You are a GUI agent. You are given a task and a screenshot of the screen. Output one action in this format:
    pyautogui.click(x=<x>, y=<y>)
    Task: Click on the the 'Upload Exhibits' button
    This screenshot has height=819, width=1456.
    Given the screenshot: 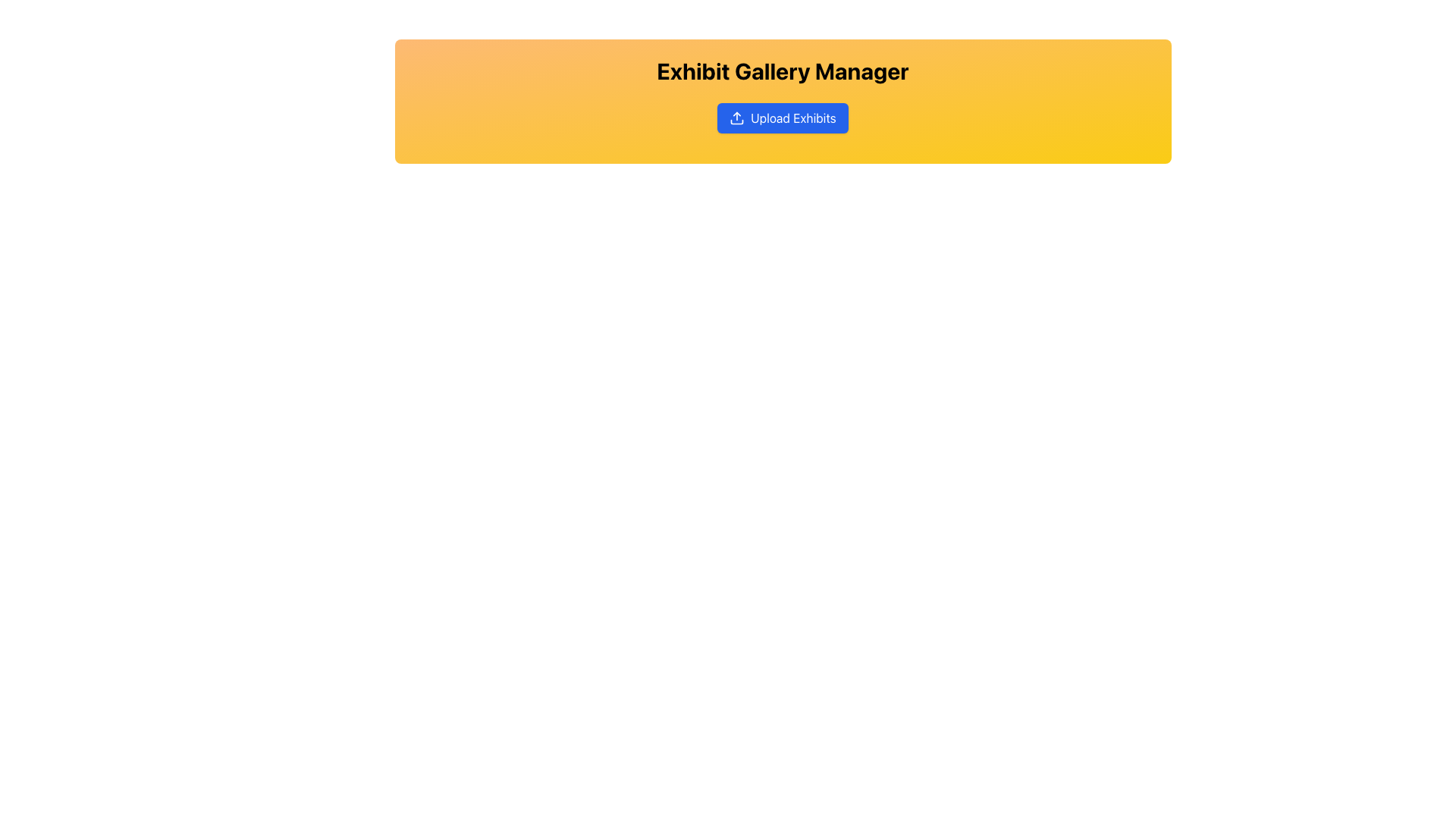 What is the action you would take?
    pyautogui.click(x=783, y=117)
    